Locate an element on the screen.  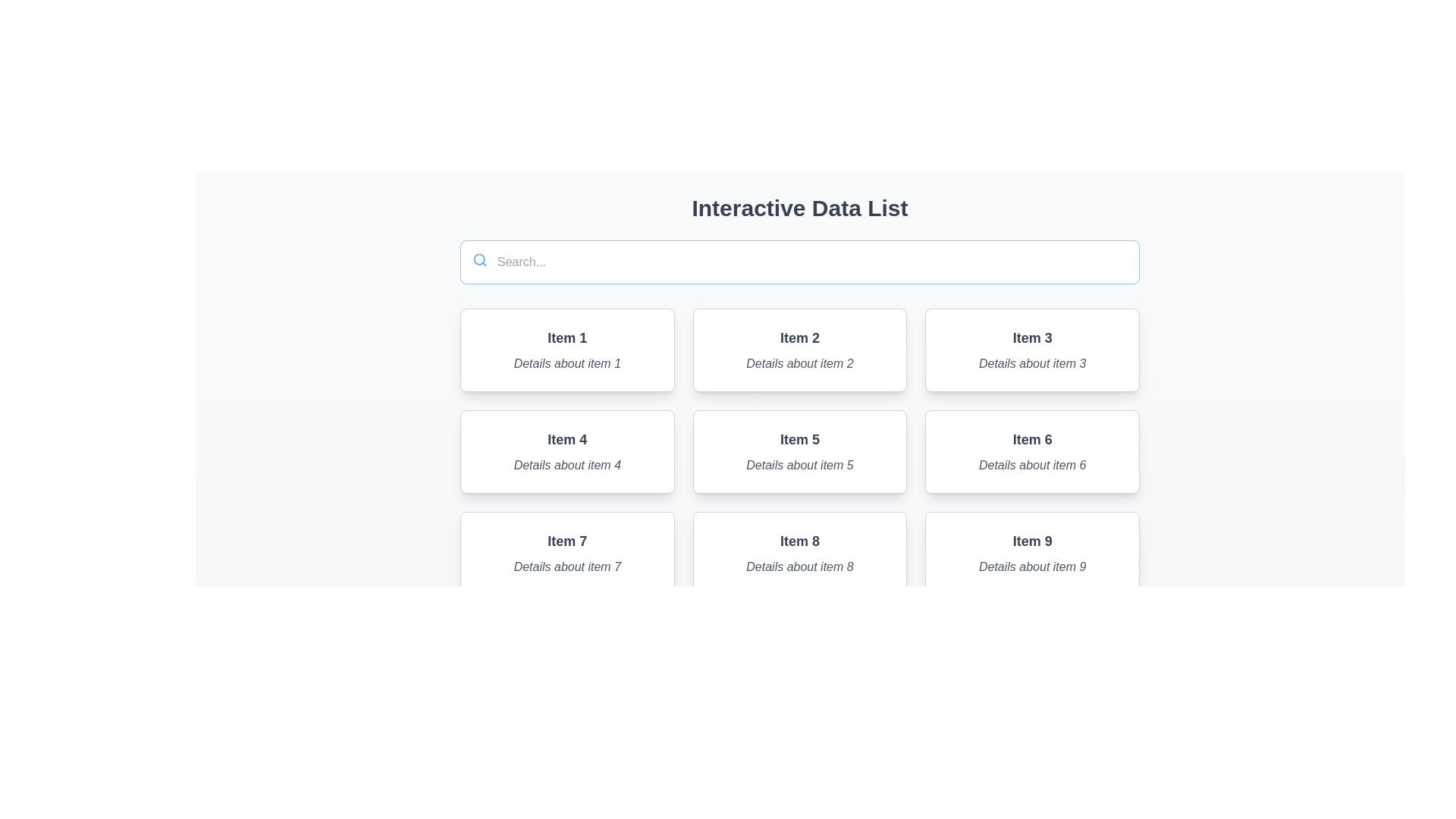
the ninth Card component in the three-column grid layout, which is located in the bottom-right corner of the visible area is located at coordinates (1031, 553).